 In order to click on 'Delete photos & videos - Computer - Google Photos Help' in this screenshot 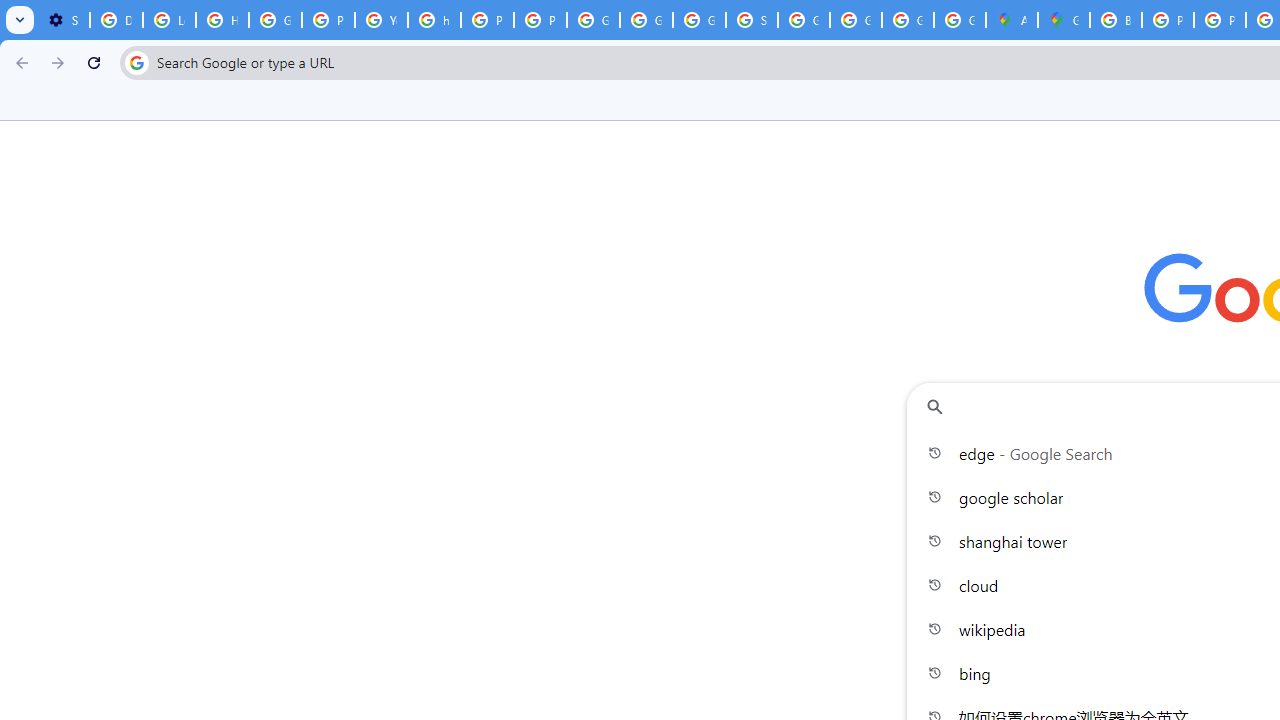, I will do `click(115, 20)`.